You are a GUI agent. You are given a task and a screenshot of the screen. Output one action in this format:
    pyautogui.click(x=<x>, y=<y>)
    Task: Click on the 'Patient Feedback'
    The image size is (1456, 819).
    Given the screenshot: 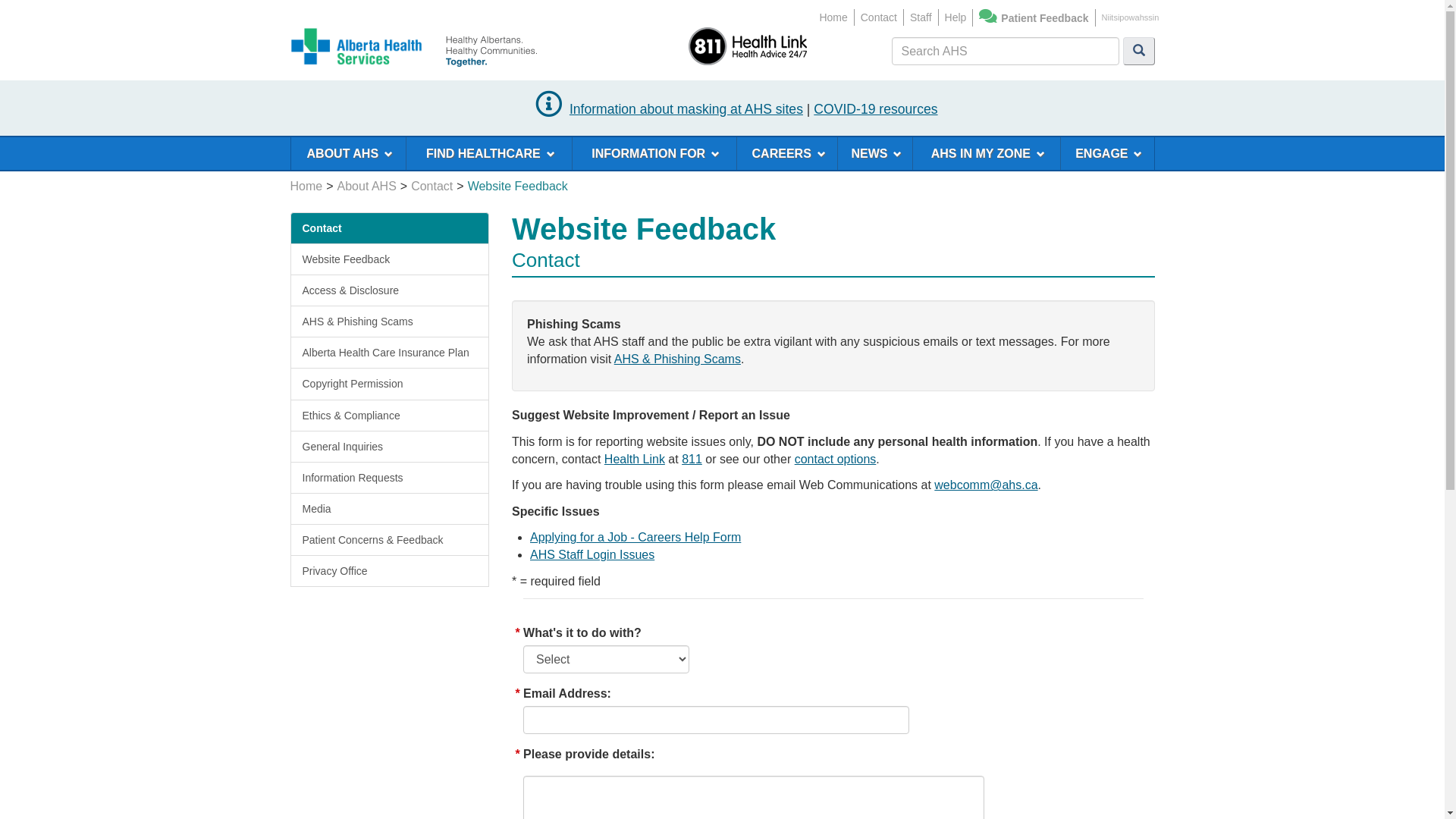 What is the action you would take?
    pyautogui.click(x=1043, y=17)
    